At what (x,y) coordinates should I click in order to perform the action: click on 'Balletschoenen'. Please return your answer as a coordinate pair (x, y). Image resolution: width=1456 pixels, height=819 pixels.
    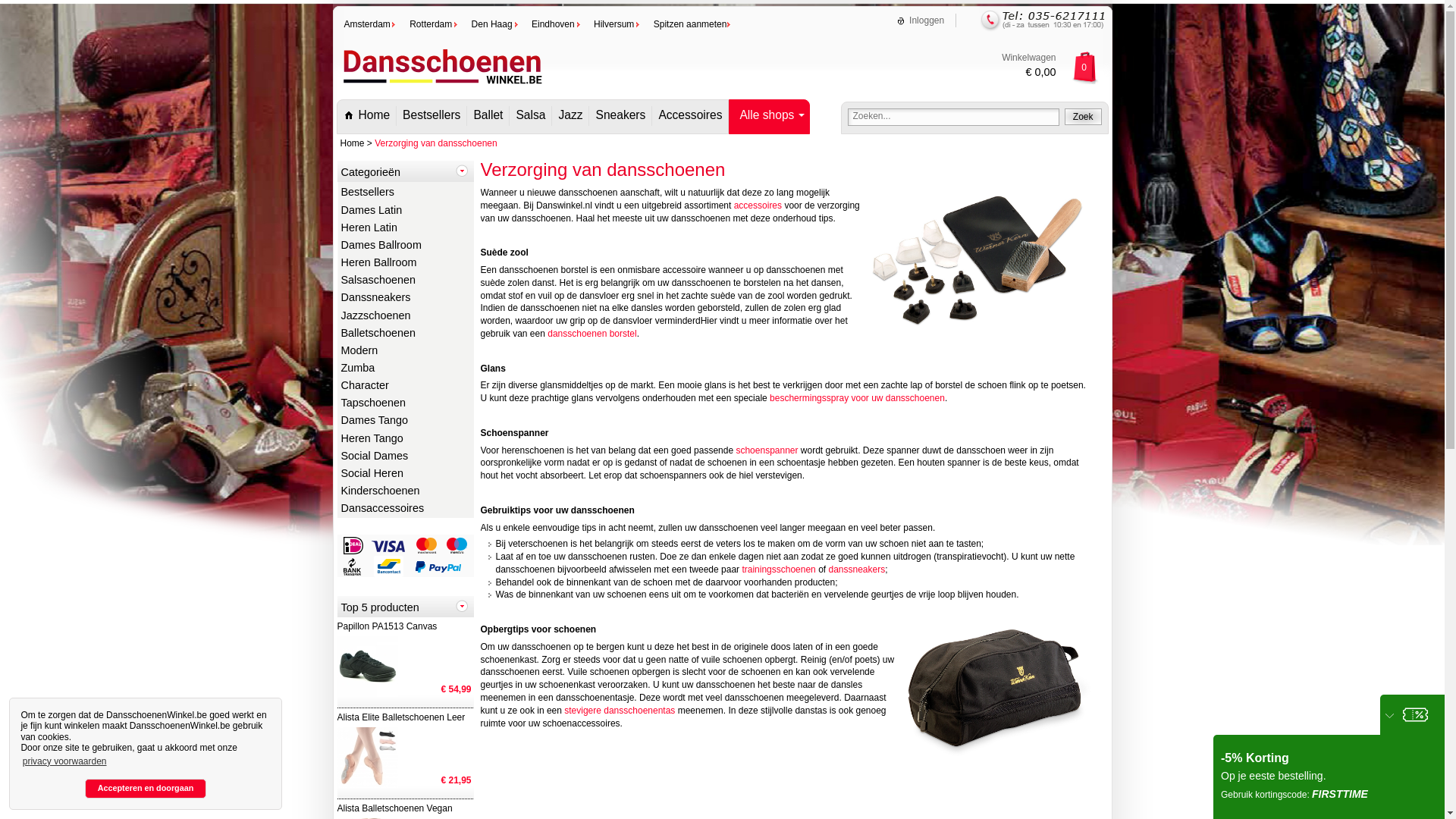
    Looking at the image, I should click on (404, 333).